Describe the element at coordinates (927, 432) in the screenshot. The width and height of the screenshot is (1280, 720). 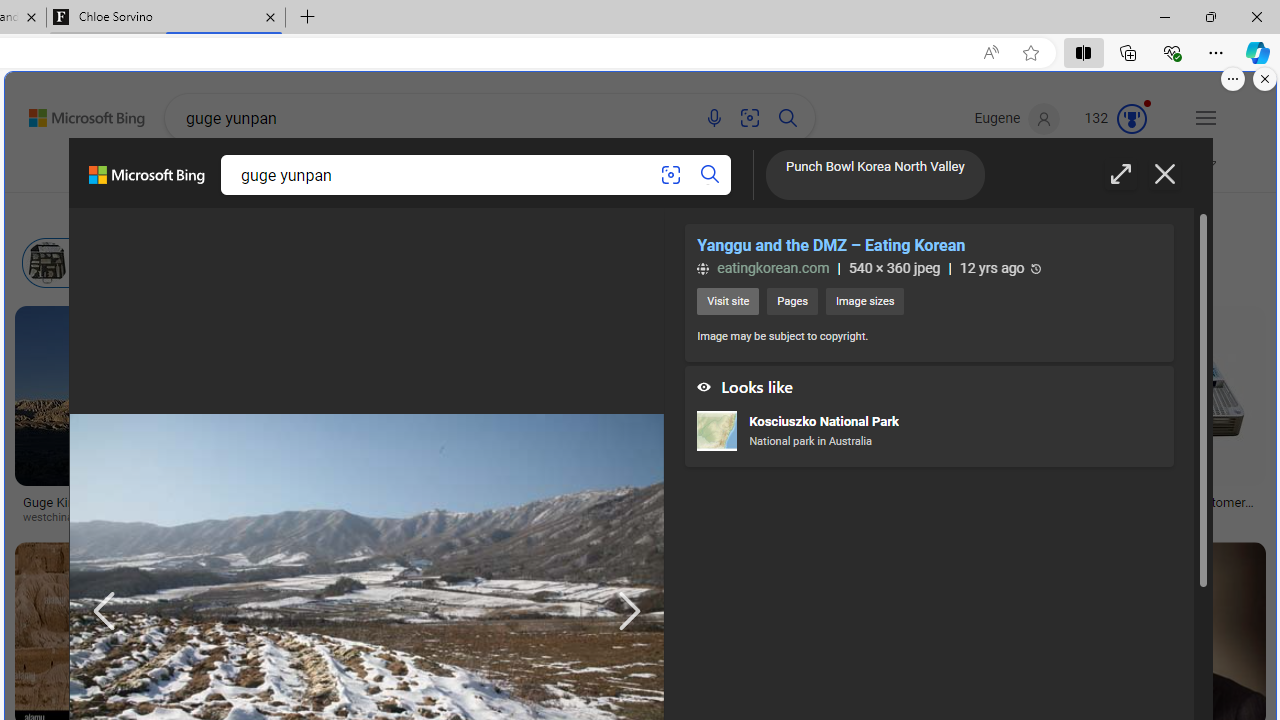
I see `'Kosciuszko National ParkNational park in Australia'` at that location.